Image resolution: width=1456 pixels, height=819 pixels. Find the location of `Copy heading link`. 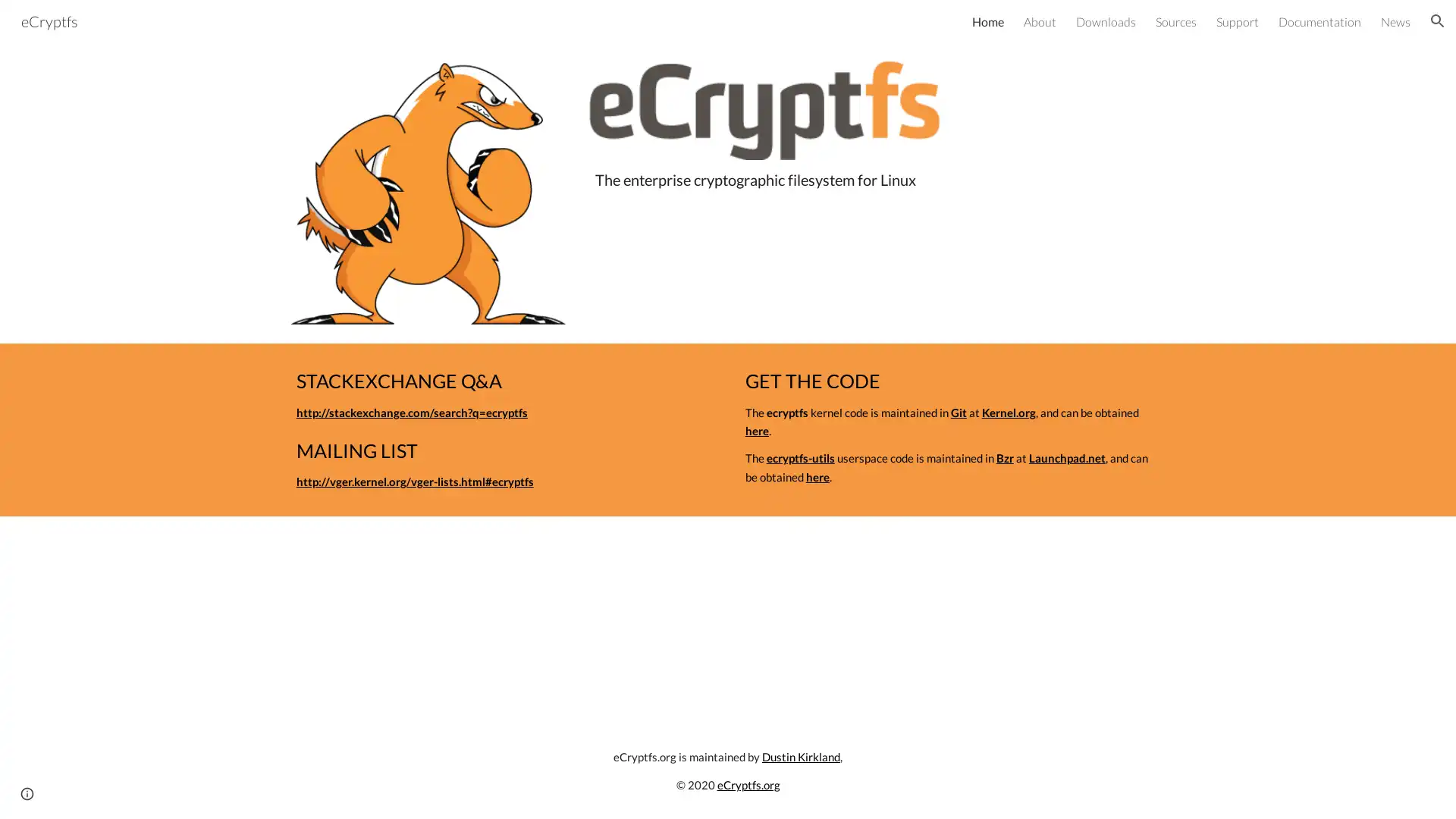

Copy heading link is located at coordinates (932, 178).